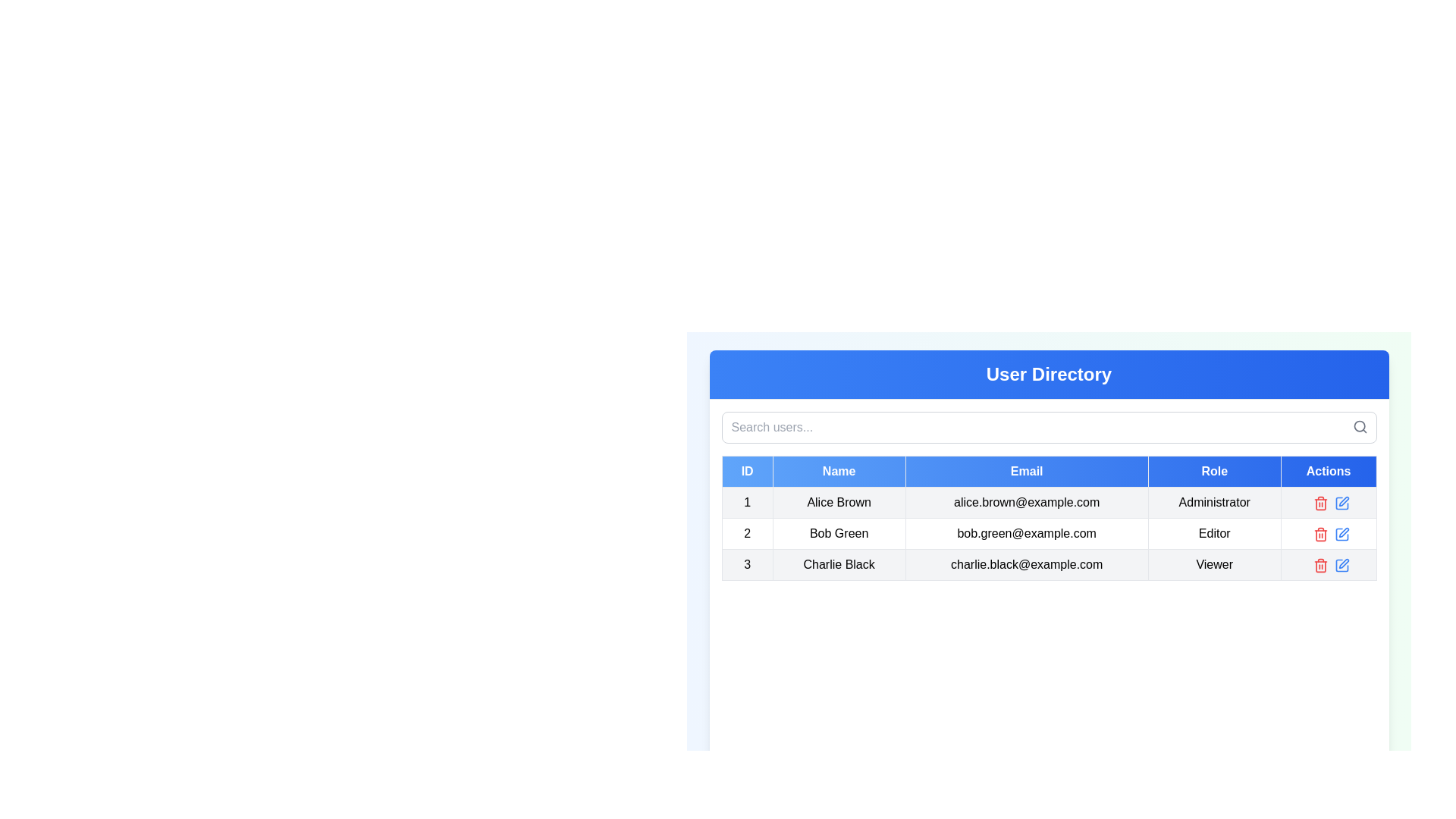  What do you see at coordinates (1320, 503) in the screenshot?
I see `the delete button located in the 'Actions' column of the user entry for 'bob.green@example.com' to prepare for interaction` at bounding box center [1320, 503].